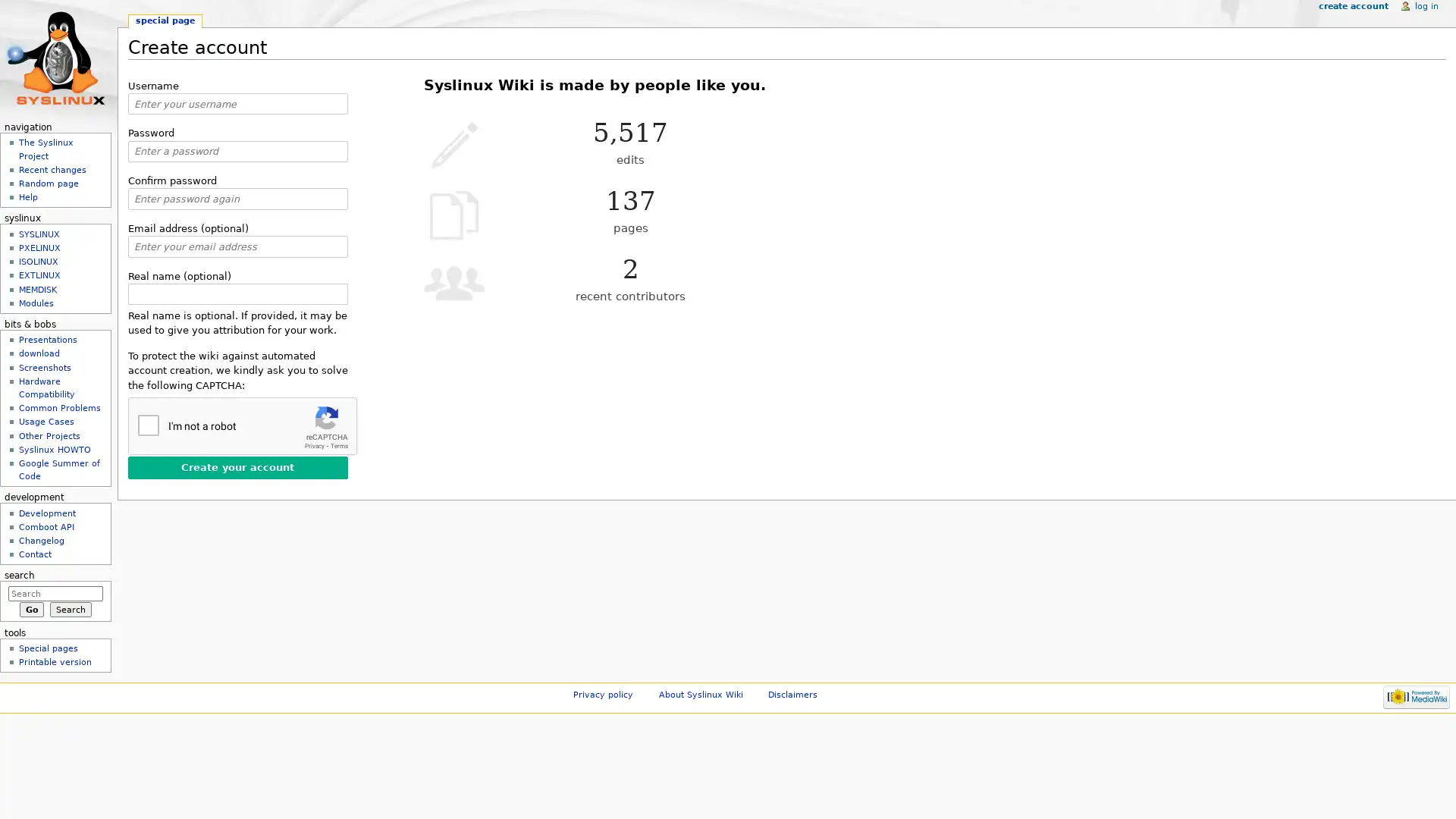 The width and height of the screenshot is (1456, 819). I want to click on Go, so click(31, 608).